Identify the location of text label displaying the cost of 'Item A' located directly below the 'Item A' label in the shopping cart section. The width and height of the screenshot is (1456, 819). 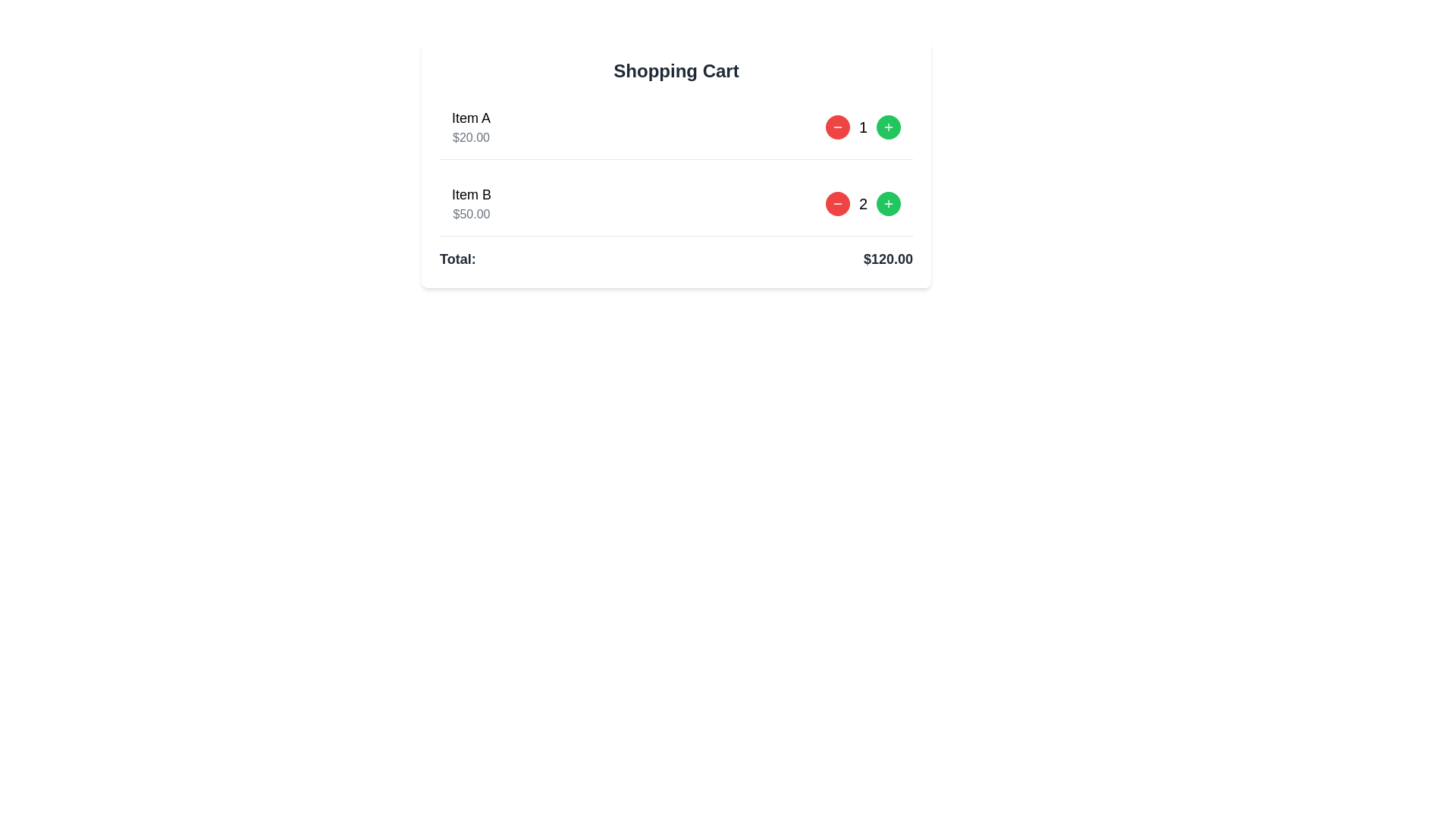
(470, 137).